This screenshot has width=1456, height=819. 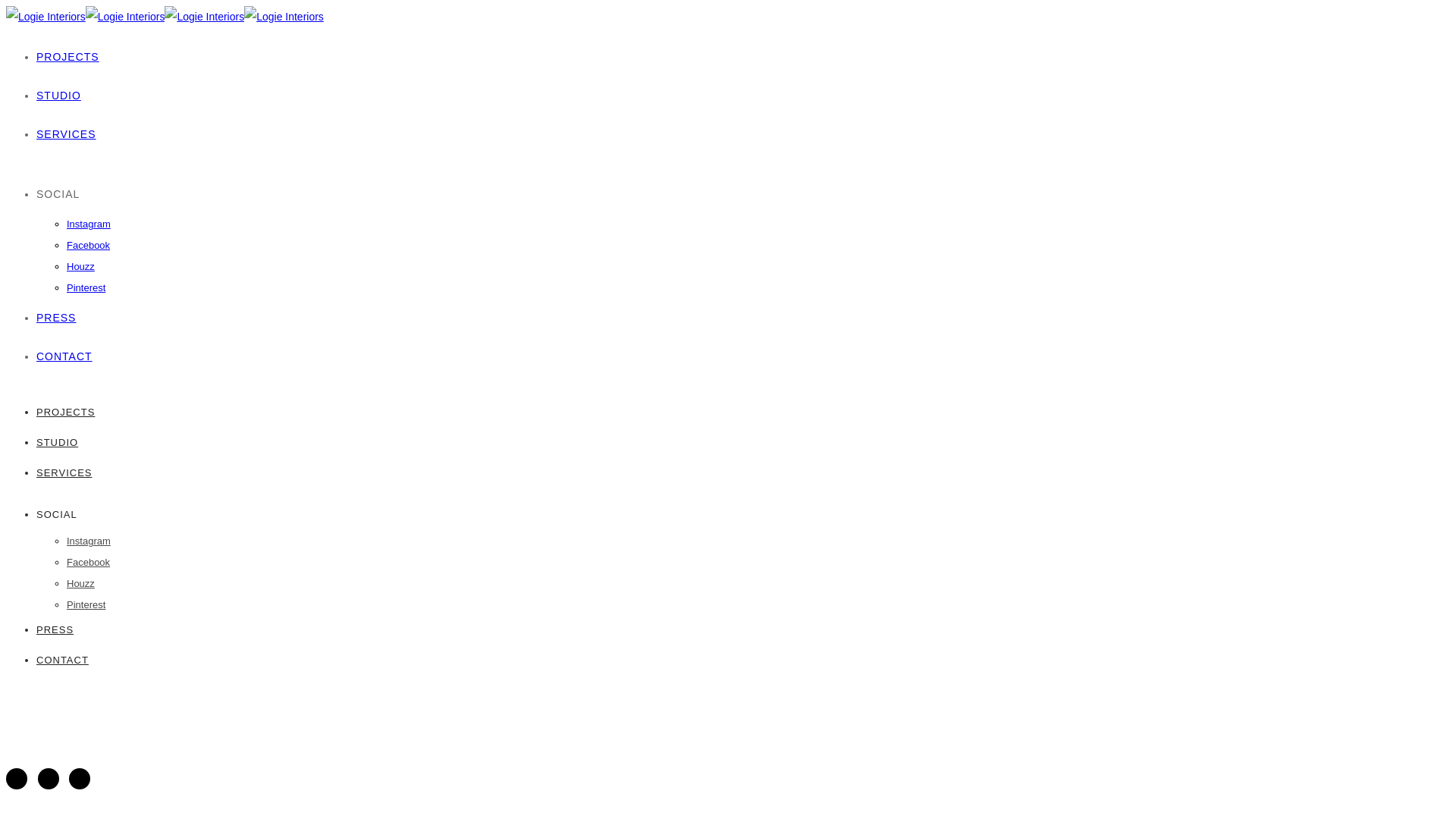 I want to click on 'Pinterest', so click(x=85, y=287).